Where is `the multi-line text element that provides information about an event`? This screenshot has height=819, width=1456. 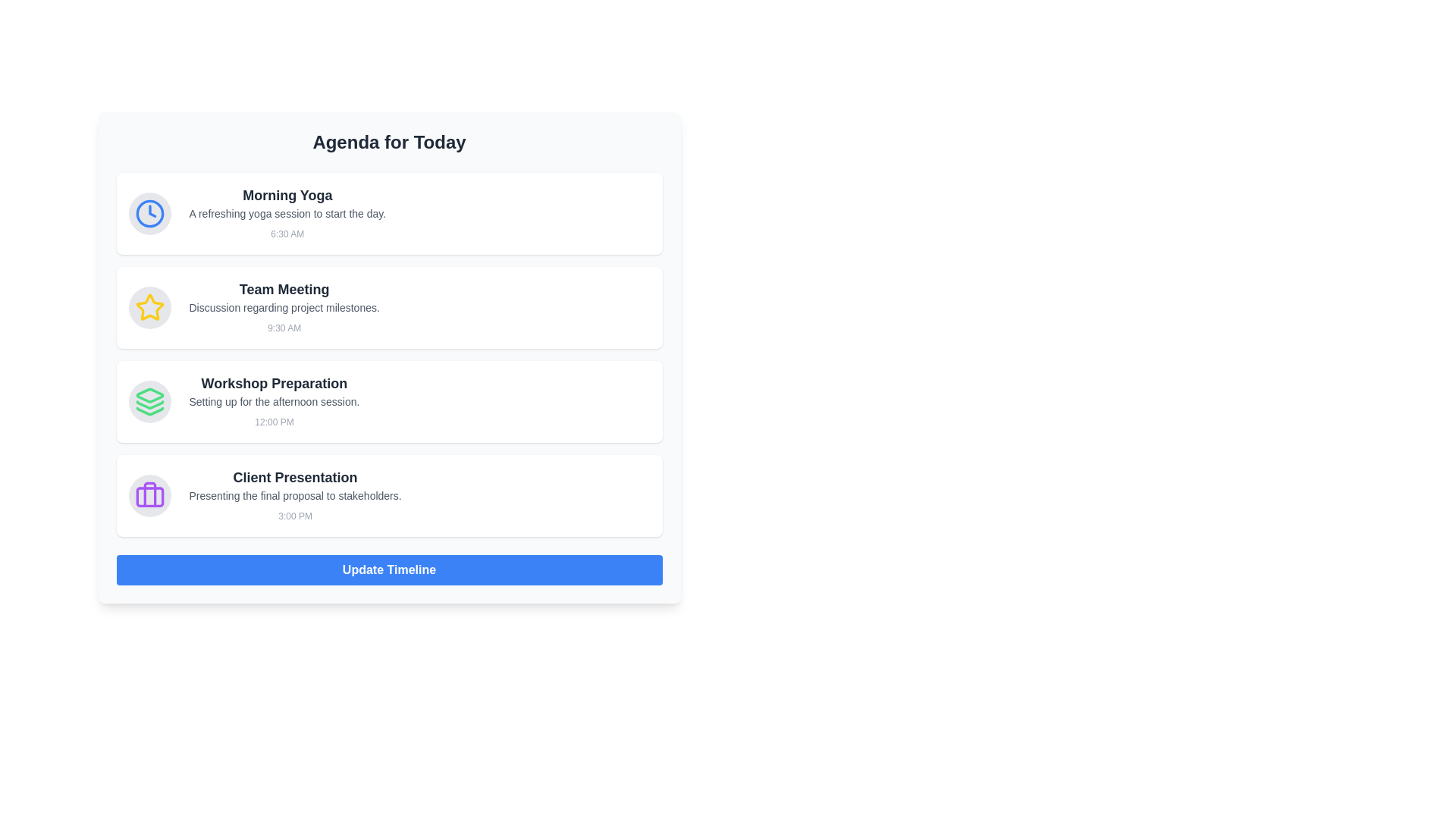 the multi-line text element that provides information about an event is located at coordinates (287, 213).